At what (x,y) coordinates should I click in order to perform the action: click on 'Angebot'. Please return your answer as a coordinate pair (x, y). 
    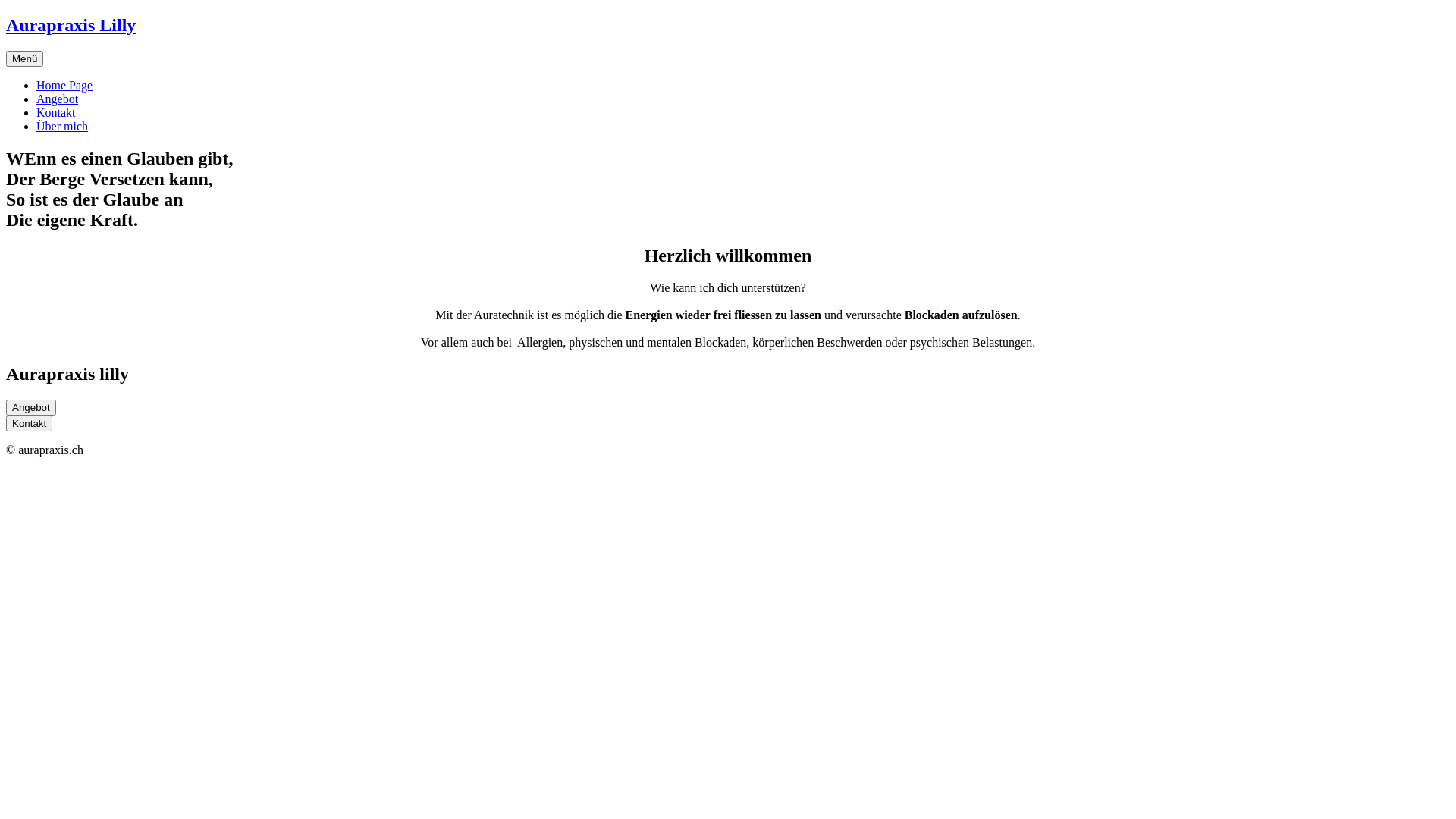
    Looking at the image, I should click on (57, 99).